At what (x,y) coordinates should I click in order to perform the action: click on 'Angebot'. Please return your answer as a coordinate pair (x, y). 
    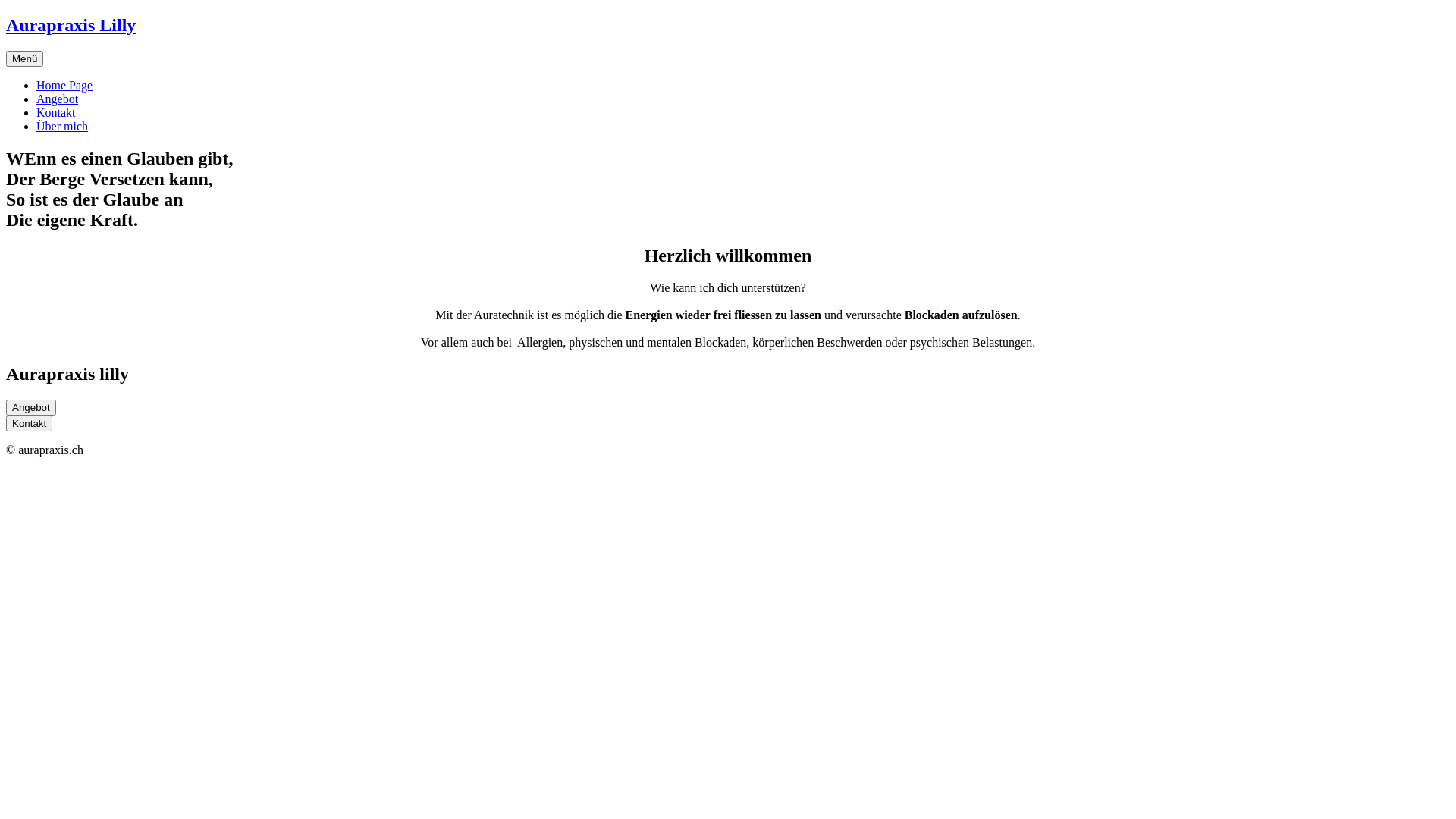
    Looking at the image, I should click on (57, 99).